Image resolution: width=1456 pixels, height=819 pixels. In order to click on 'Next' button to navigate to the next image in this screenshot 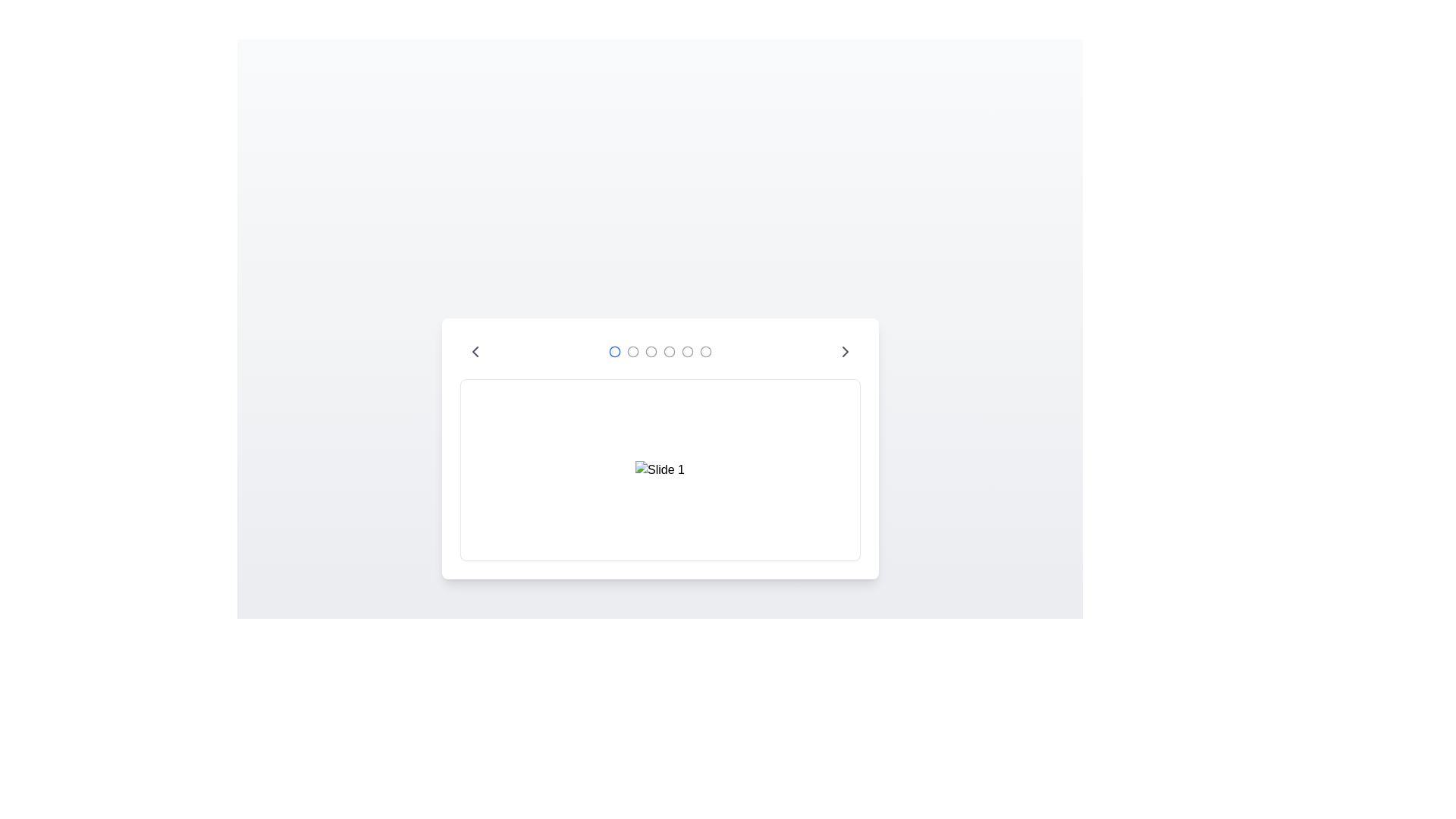, I will do `click(844, 351)`.